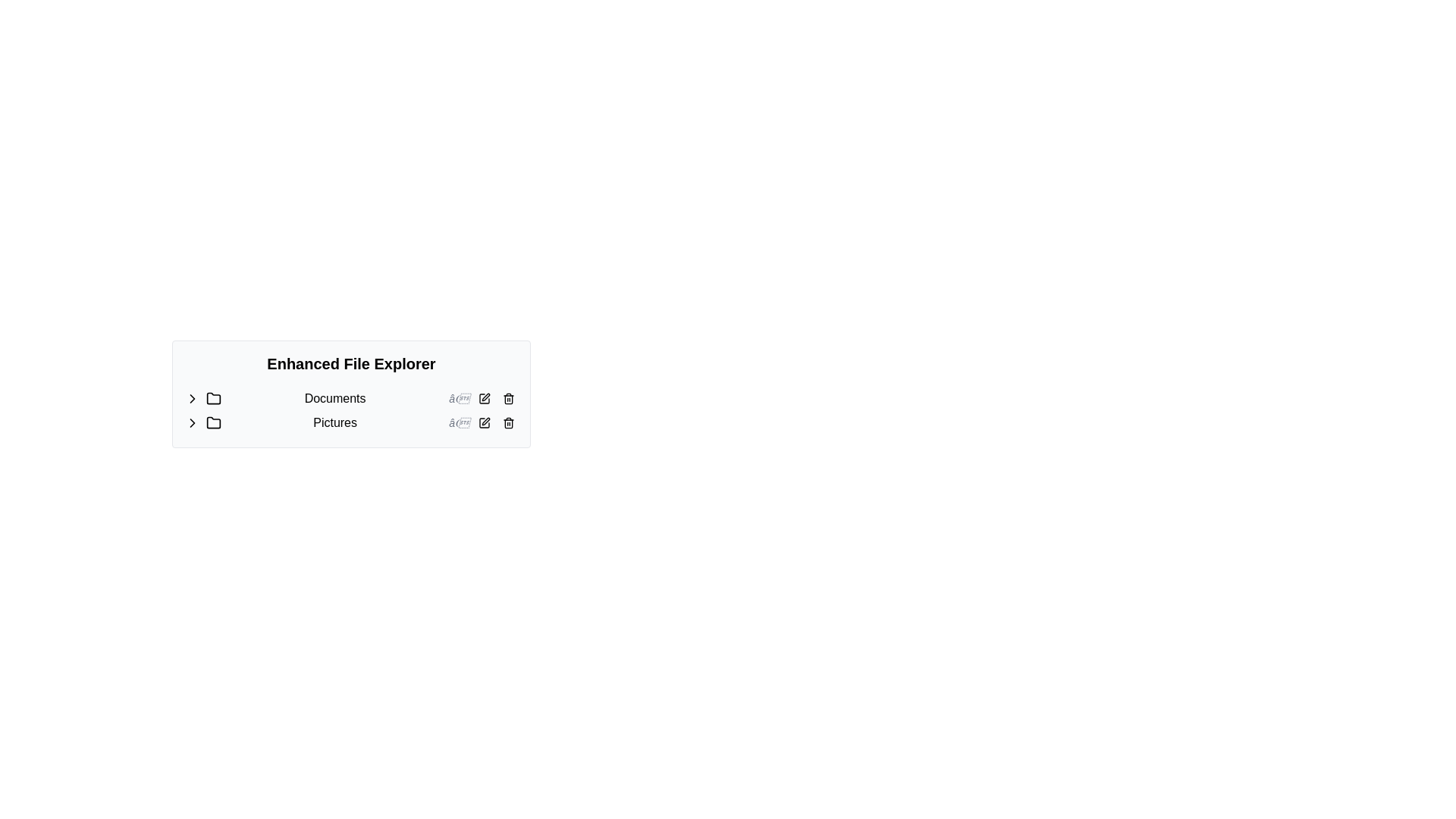 Image resolution: width=1456 pixels, height=819 pixels. I want to click on the delete icon button located at the far right of the row corresponding to the 'Pictures' folder, so click(509, 423).